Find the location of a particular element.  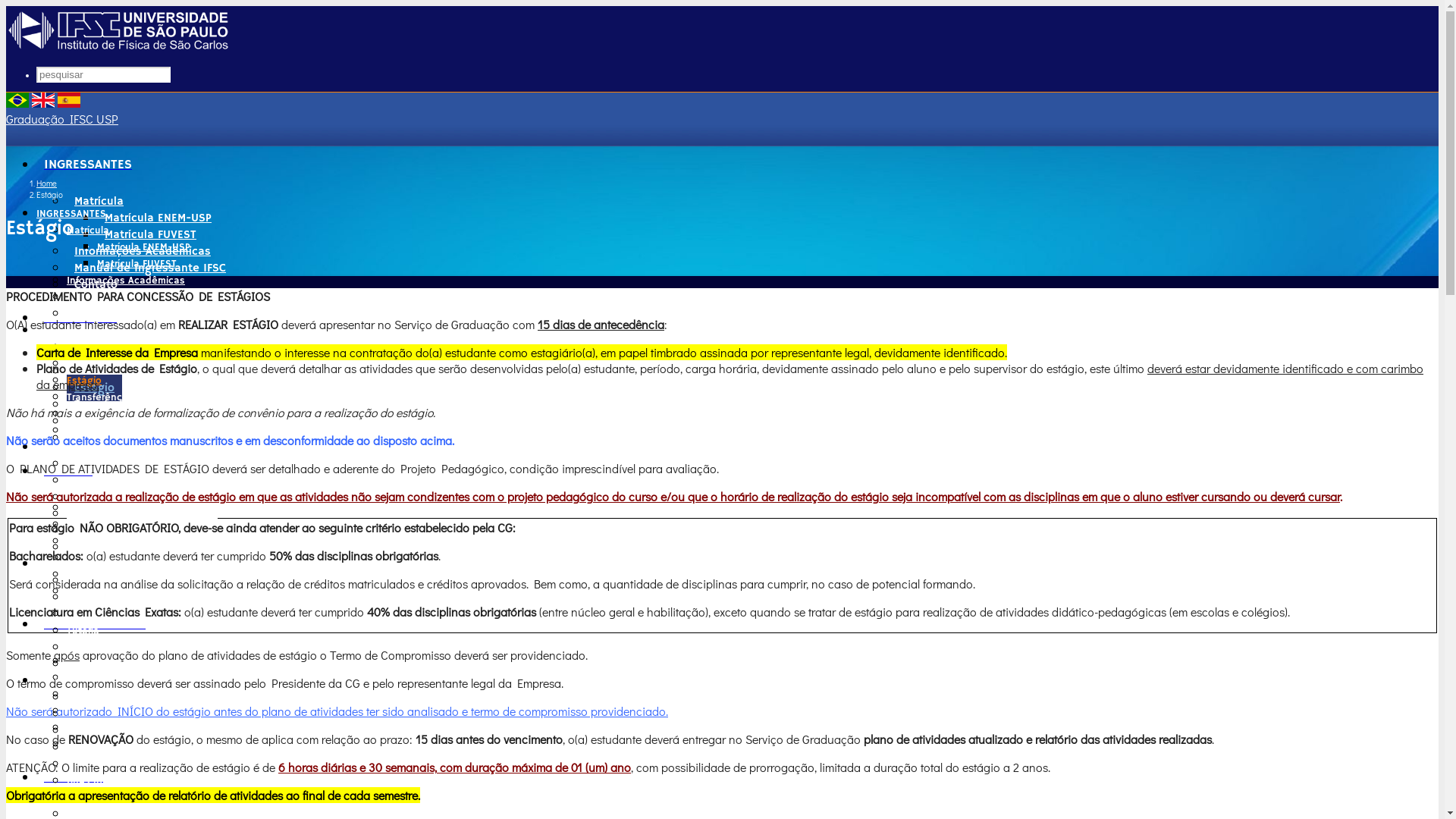

'Home' is located at coordinates (46, 182).